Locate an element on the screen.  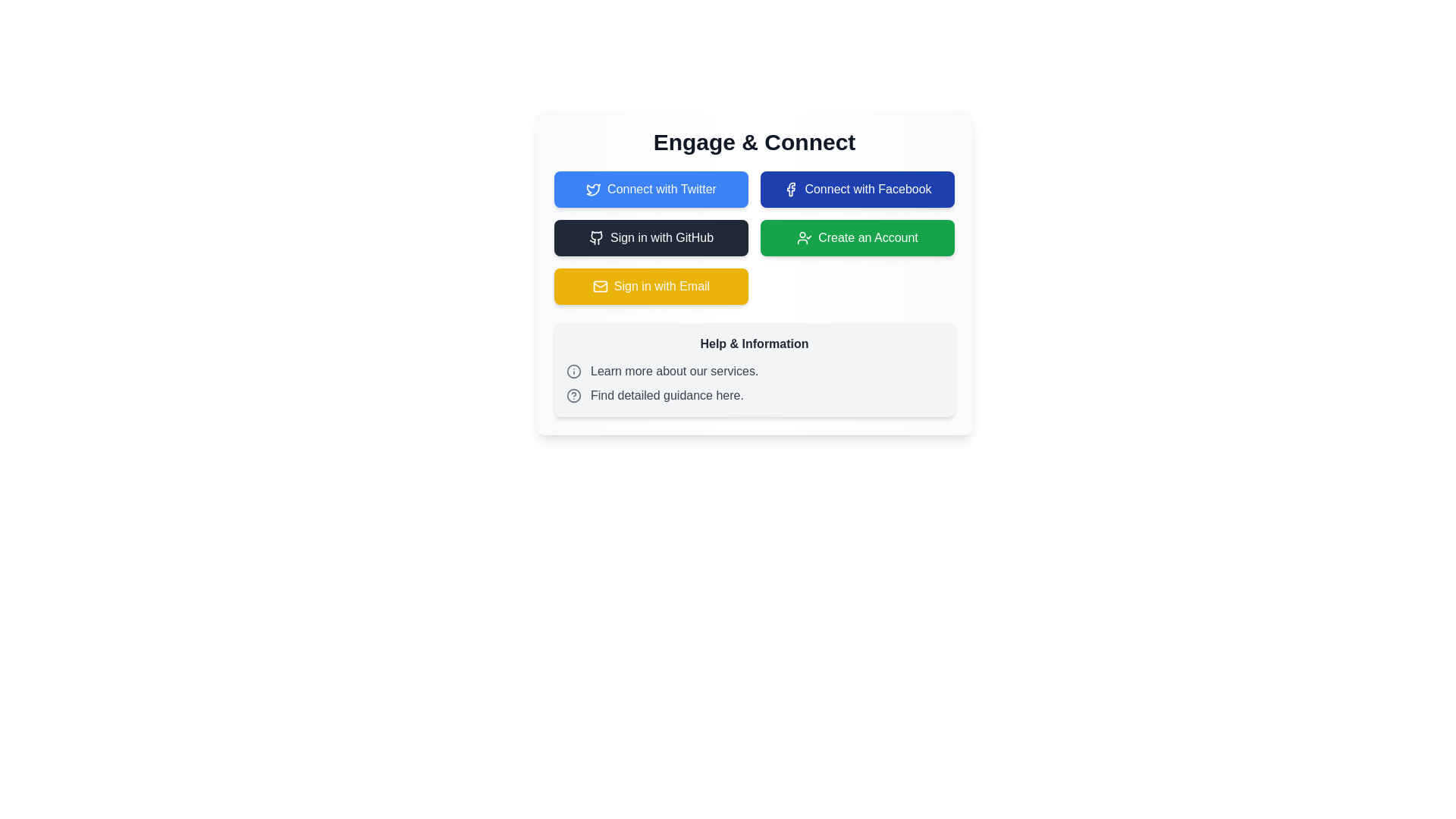
the user silhouette icon with a checkmark on its side, located to the left of the 'Create an Account' button under the 'Engage & Connect' heading is located at coordinates (804, 237).